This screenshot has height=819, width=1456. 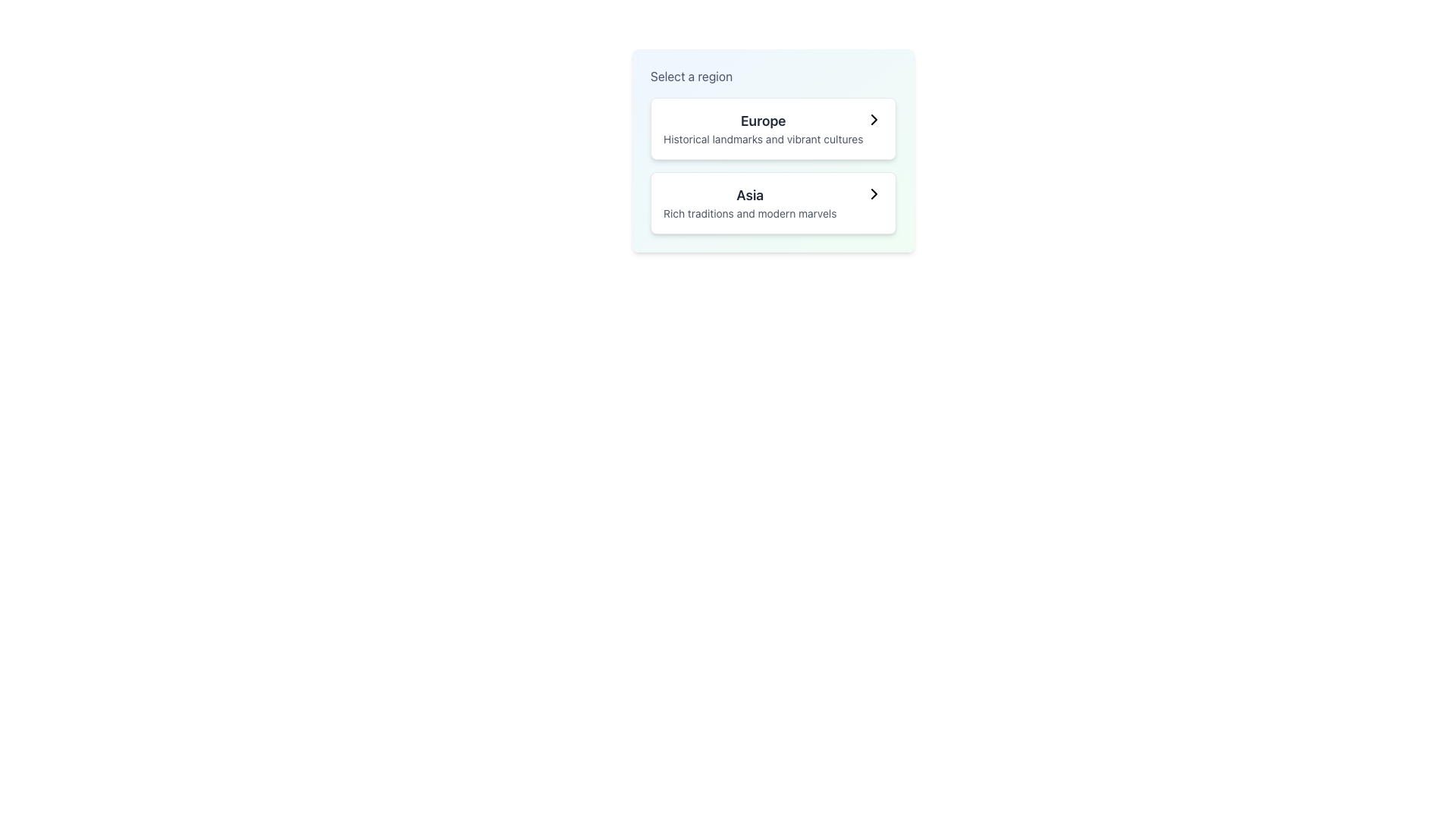 What do you see at coordinates (750, 202) in the screenshot?
I see `the 'Asia' selectable list item, which is the second option in the list under 'Select a region'` at bounding box center [750, 202].